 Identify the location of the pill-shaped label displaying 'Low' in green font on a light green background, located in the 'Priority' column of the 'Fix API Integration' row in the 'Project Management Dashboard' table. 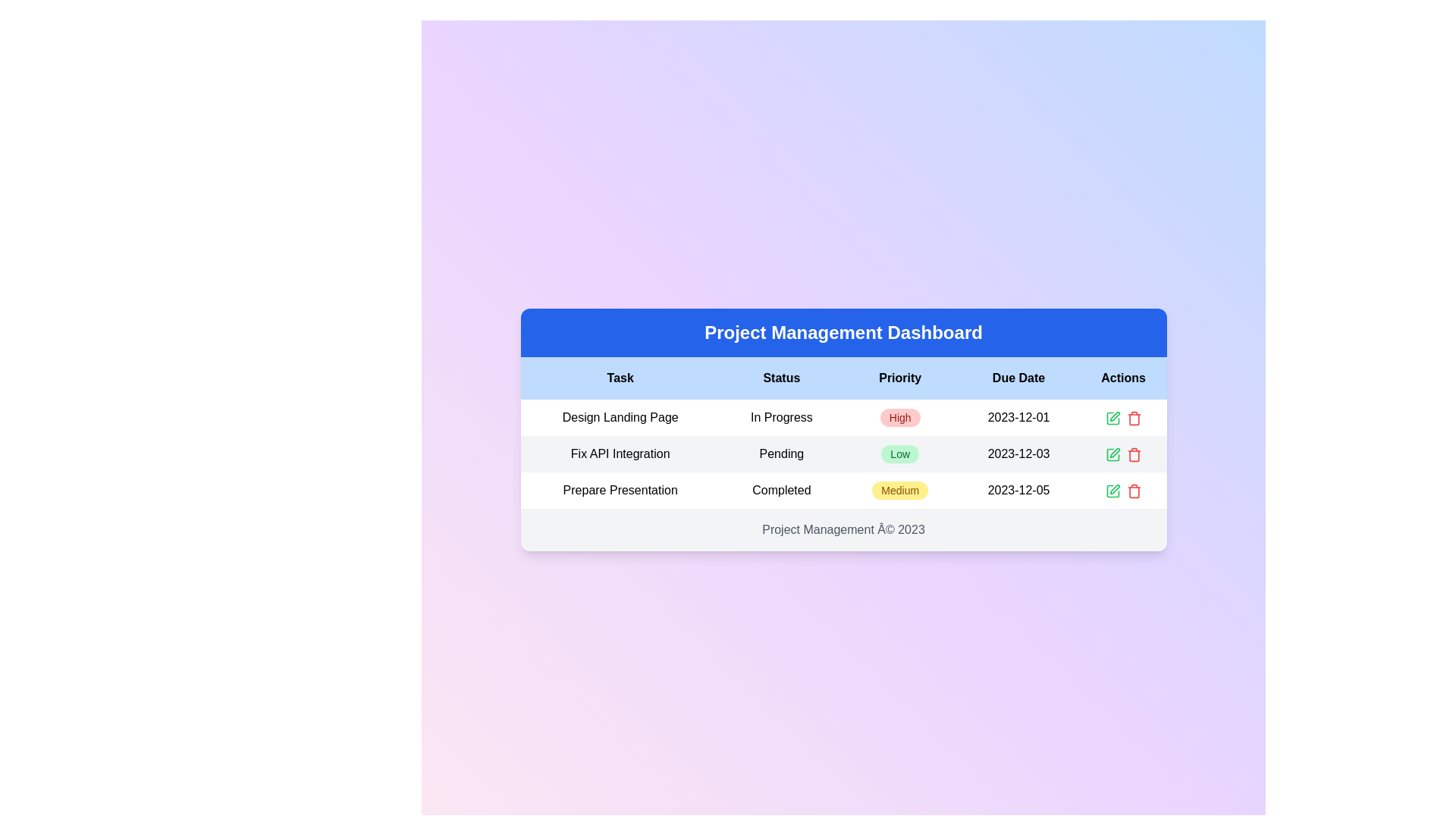
(900, 453).